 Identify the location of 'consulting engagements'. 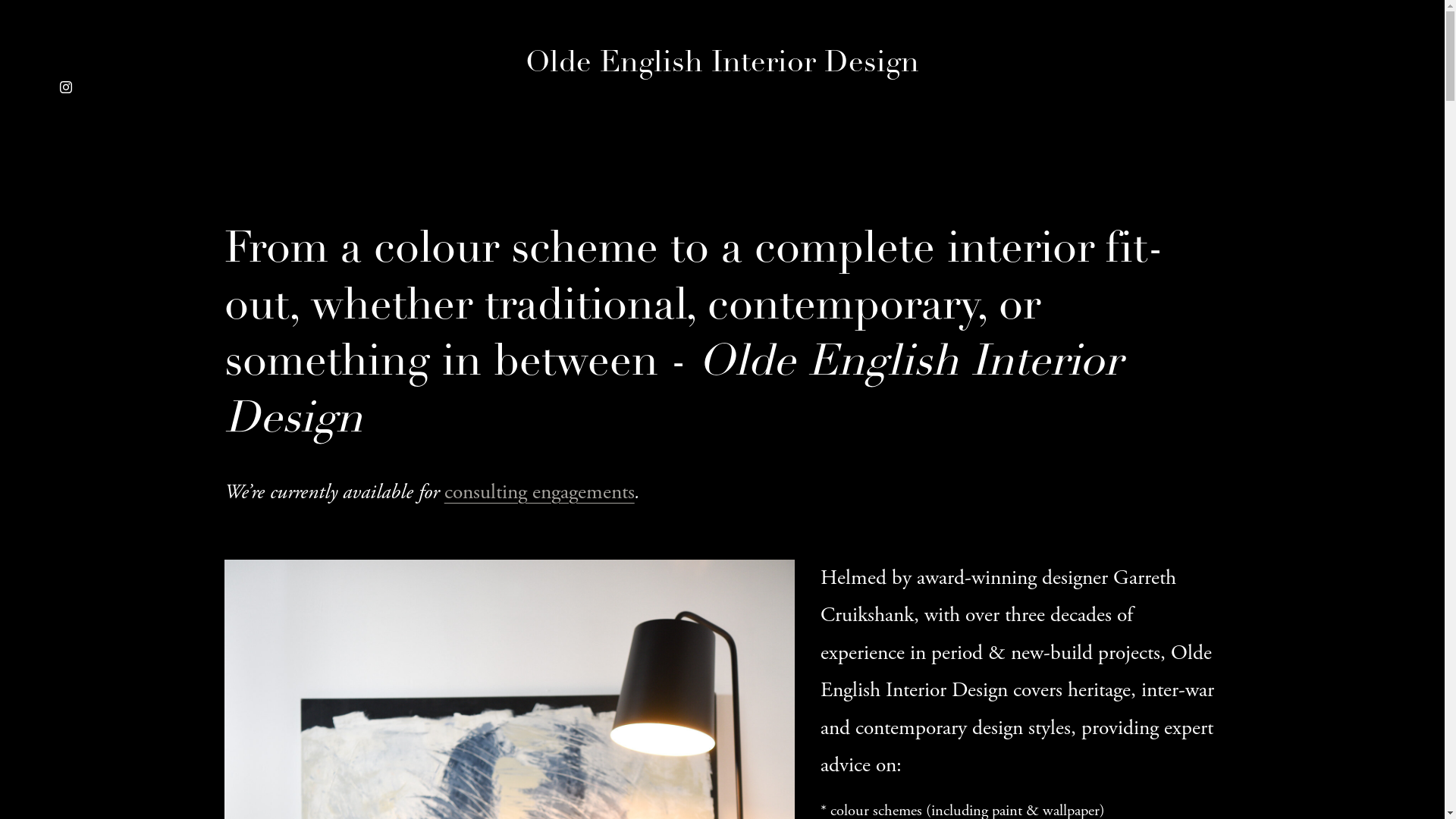
(539, 492).